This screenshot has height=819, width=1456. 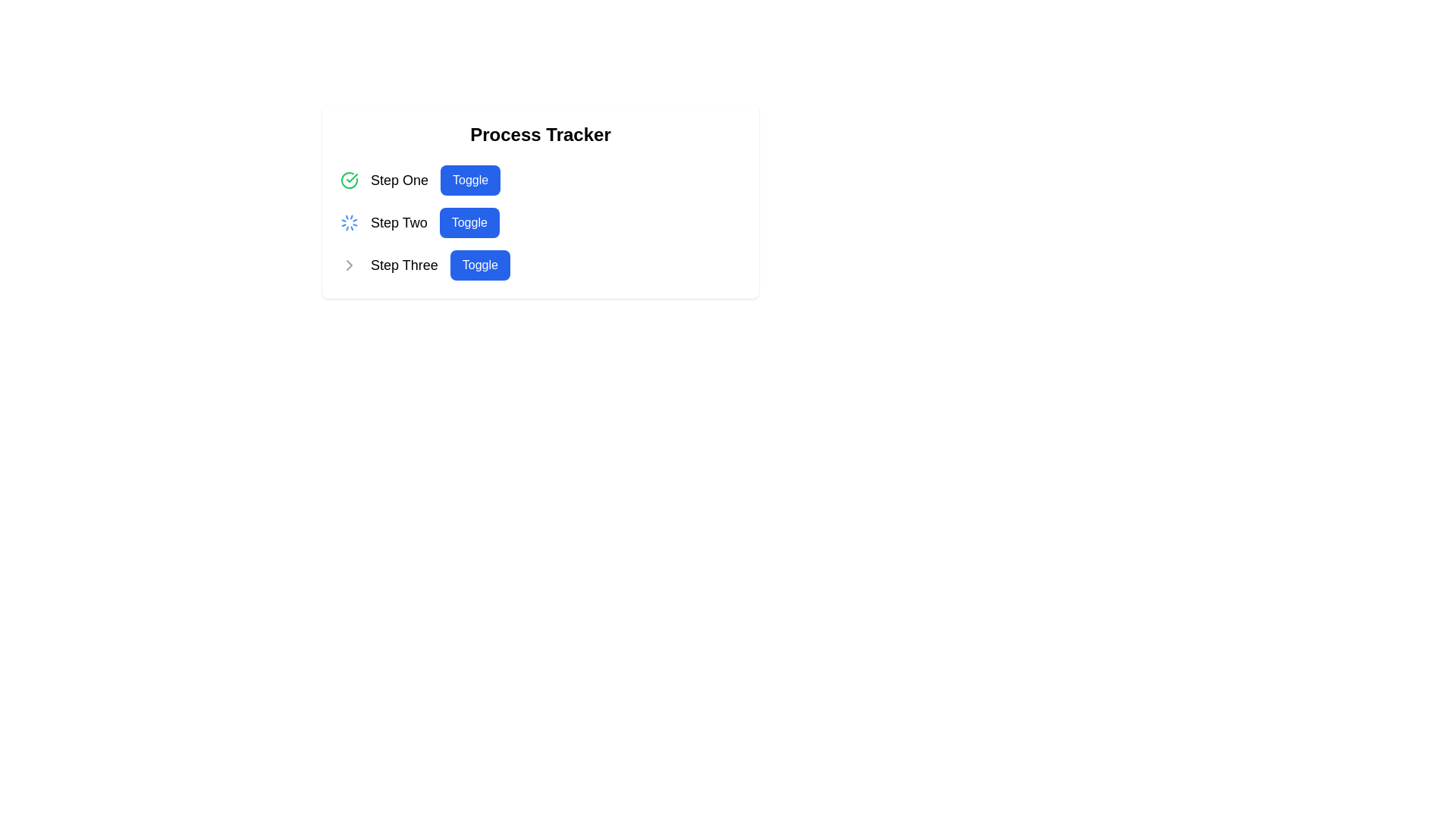 What do you see at coordinates (399, 222) in the screenshot?
I see `the 'Step Two' text label, which is styled with a larger font size and located in the middle row of the step tracker, positioned between 'Step One' and 'Step Three'` at bounding box center [399, 222].